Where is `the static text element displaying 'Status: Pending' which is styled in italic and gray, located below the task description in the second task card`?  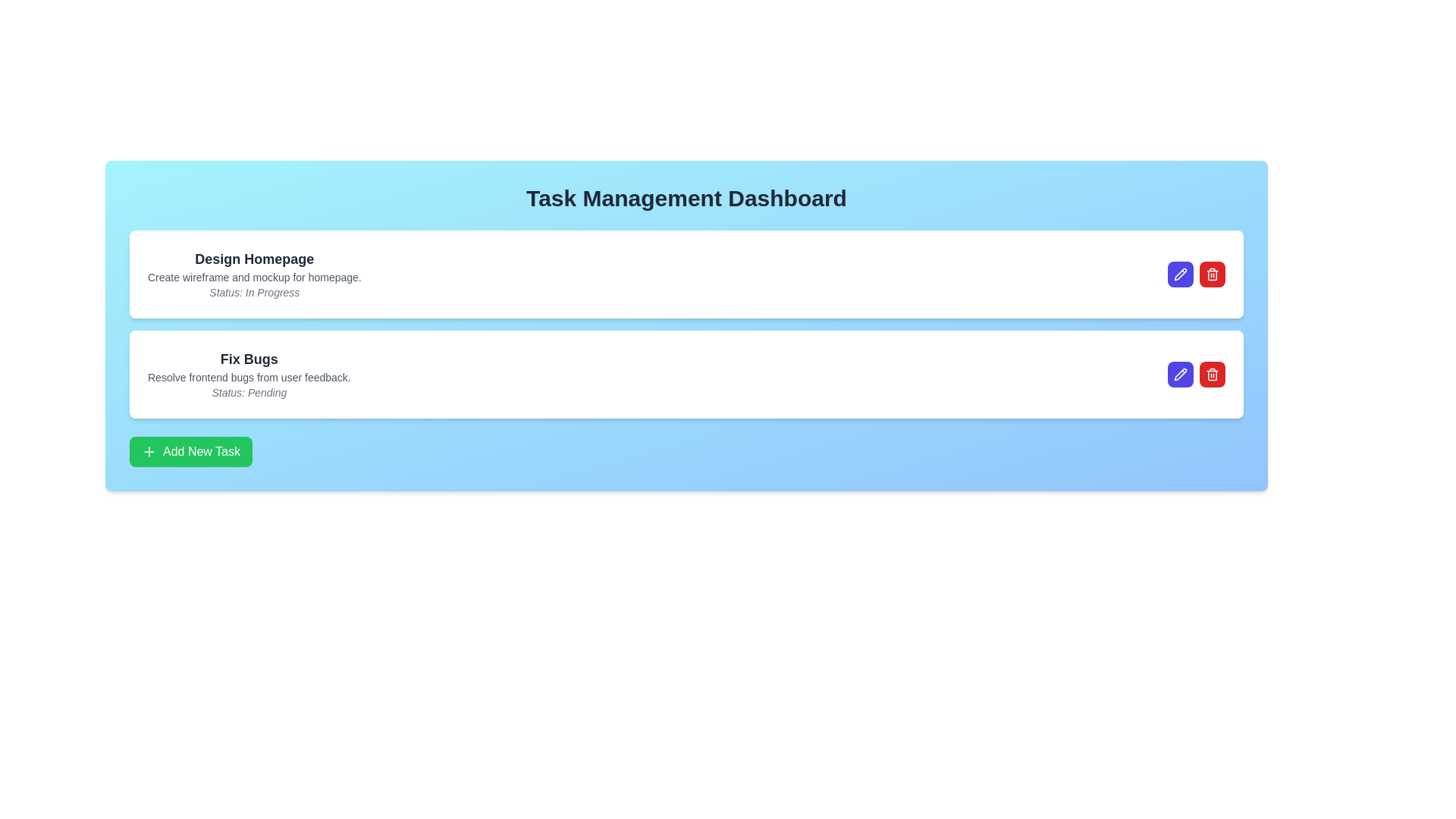
the static text element displaying 'Status: Pending' which is styled in italic and gray, located below the task description in the second task card is located at coordinates (249, 391).